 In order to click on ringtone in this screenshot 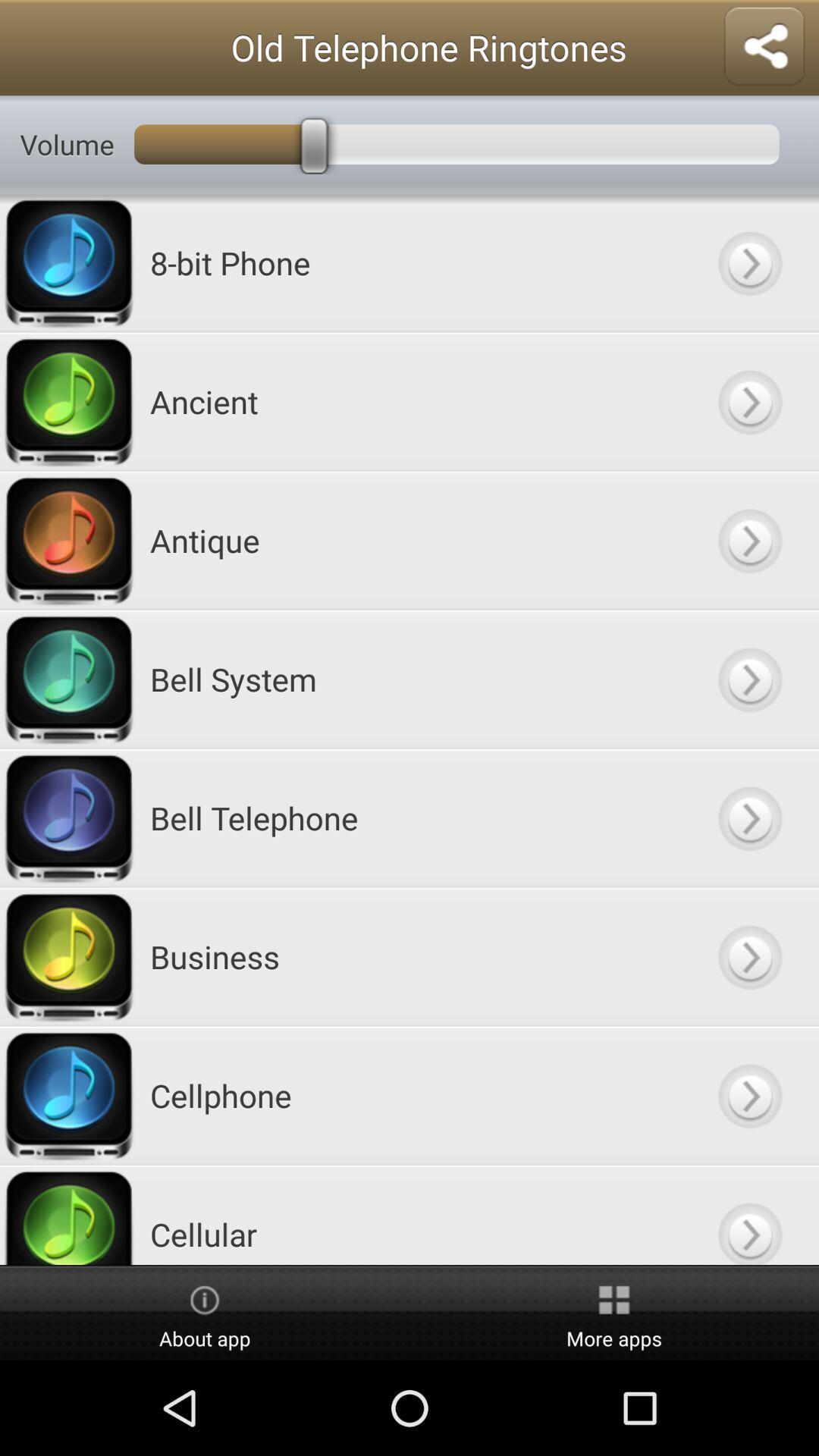, I will do `click(748, 817)`.